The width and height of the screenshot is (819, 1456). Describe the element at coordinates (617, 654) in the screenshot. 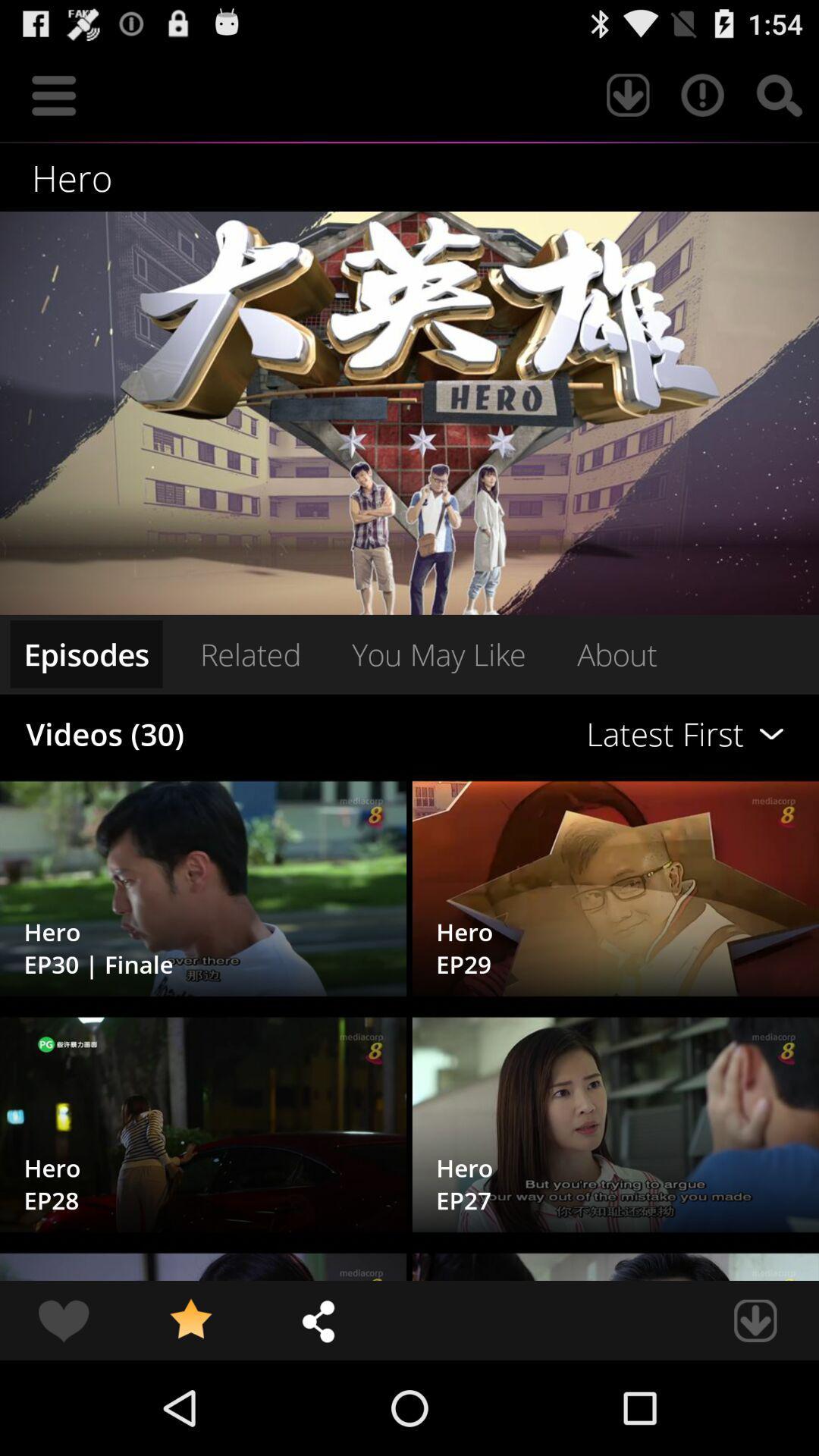

I see `the item to the right of the you may like item` at that location.